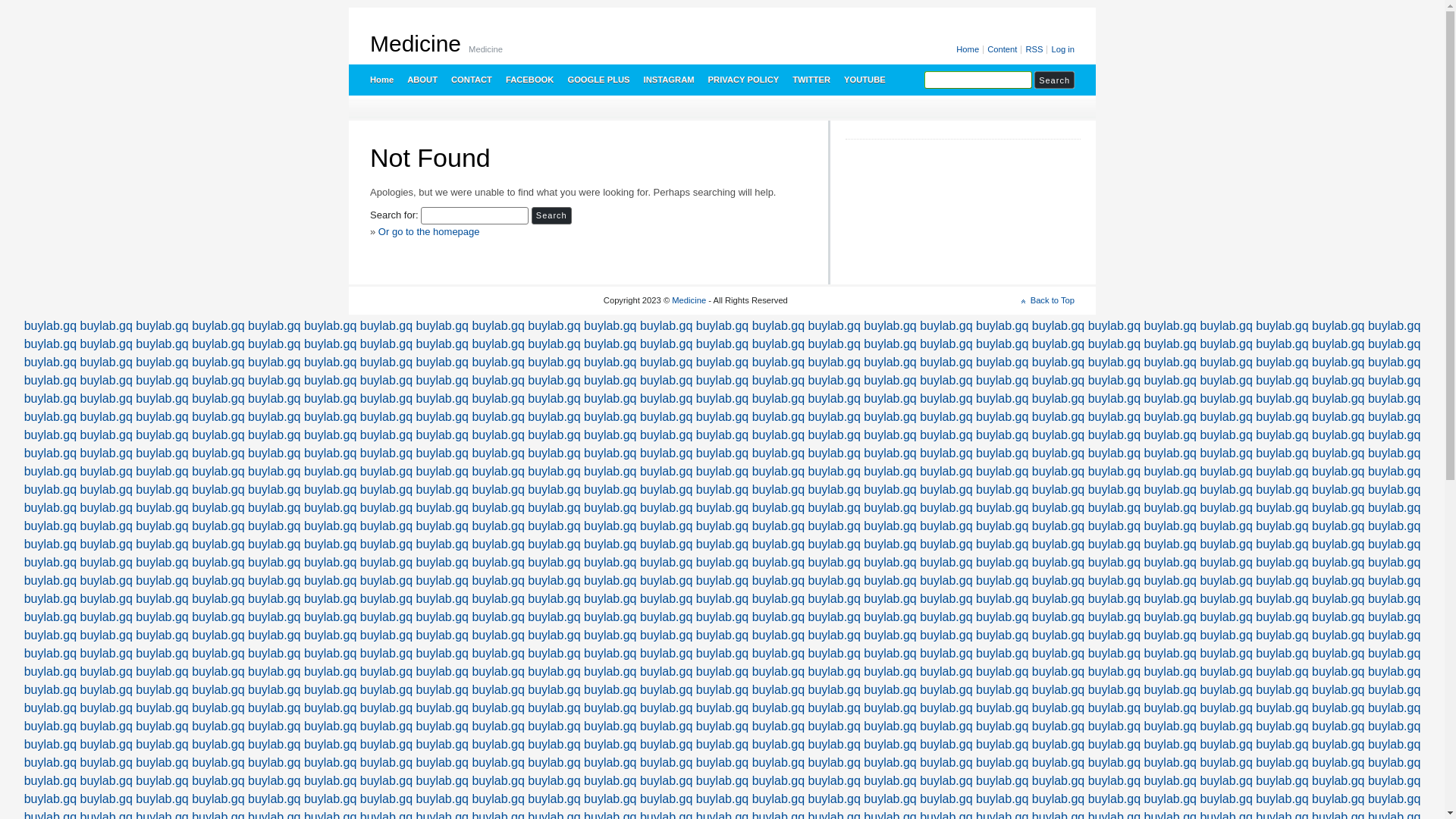  What do you see at coordinates (50, 344) in the screenshot?
I see `'buylab.gq'` at bounding box center [50, 344].